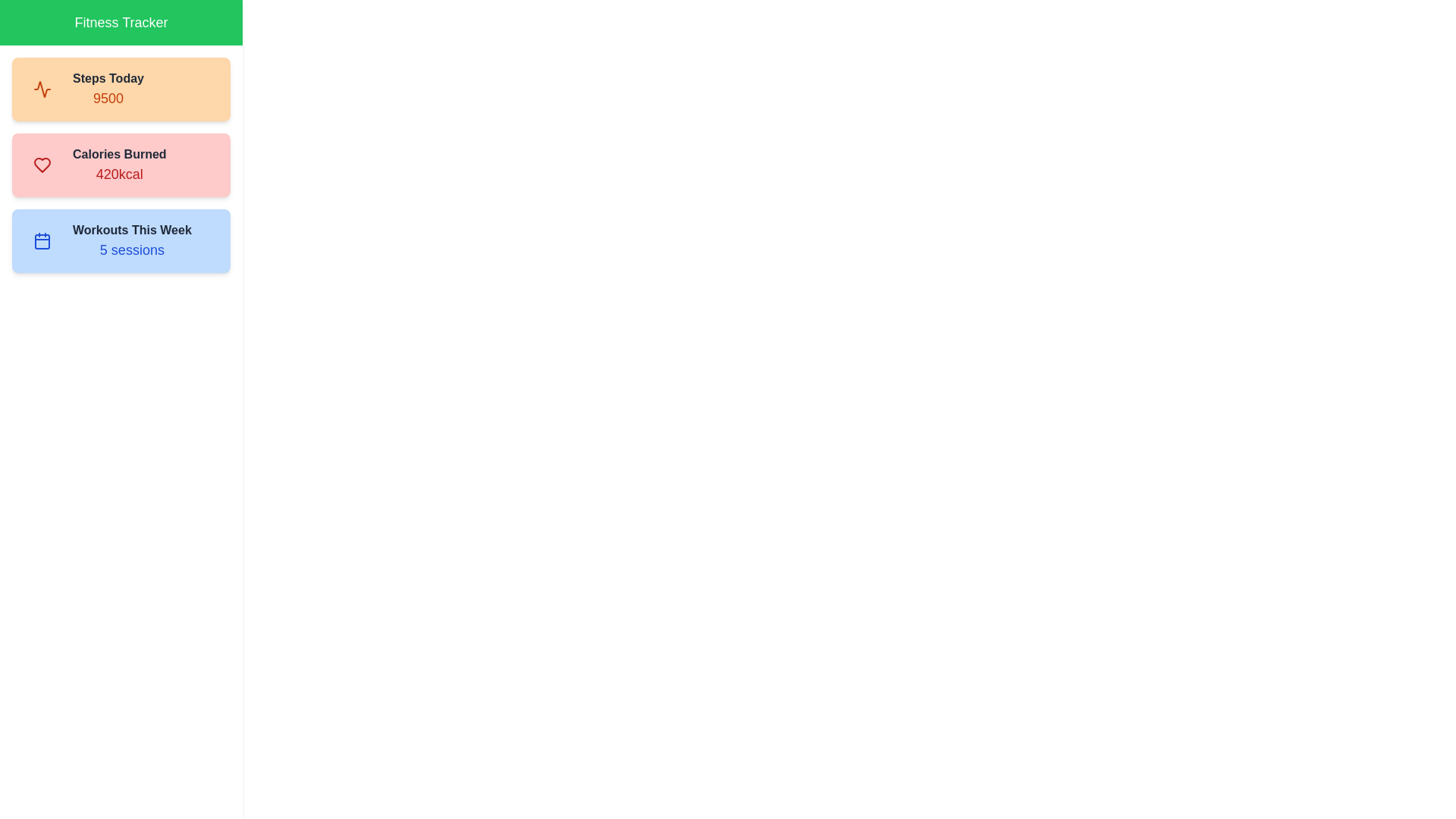  I want to click on the stat Workouts This Week to observe its hover effect, so click(120, 240).